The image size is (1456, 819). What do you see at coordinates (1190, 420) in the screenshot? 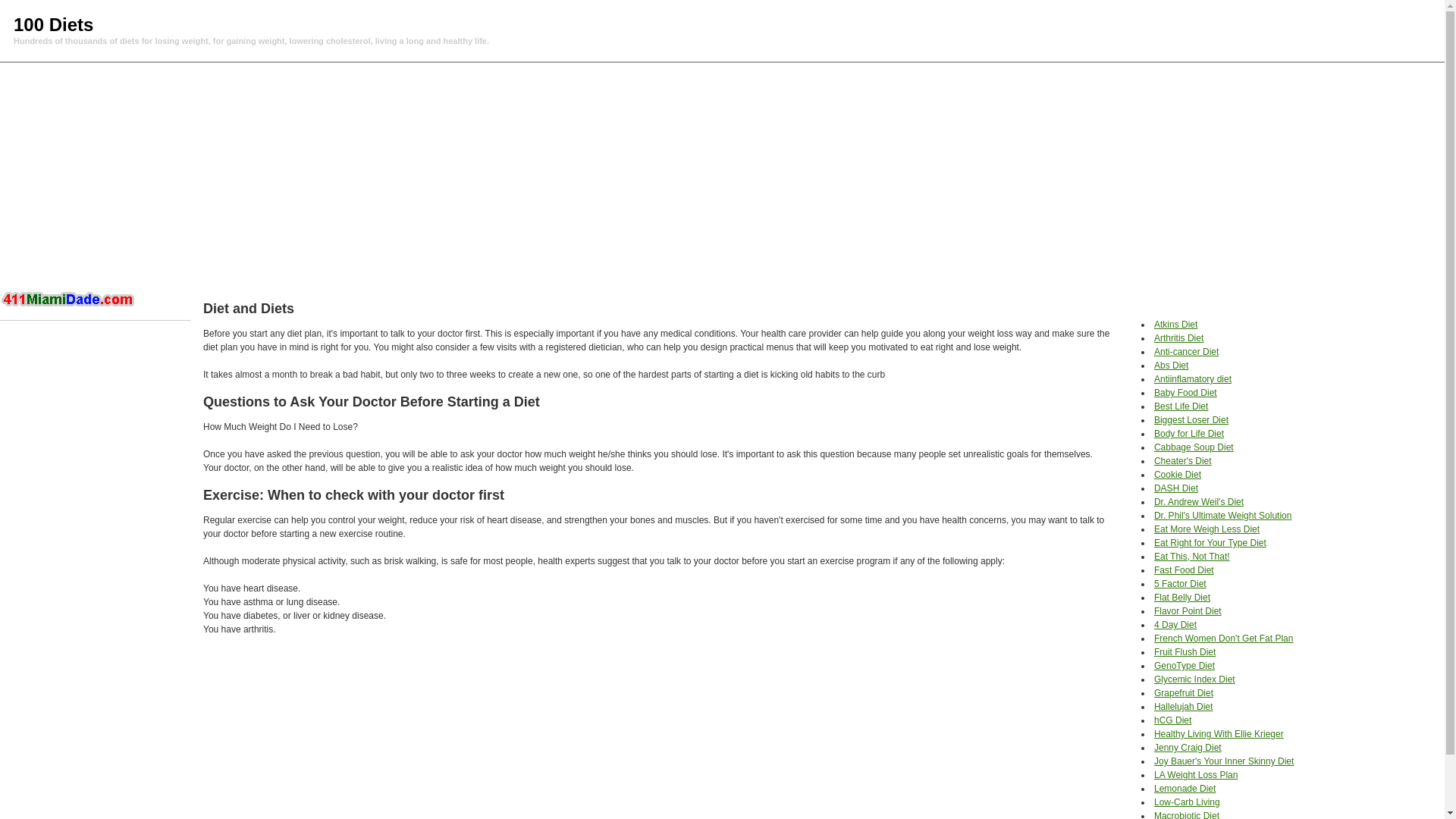
I see `'Biggest Loser Diet'` at bounding box center [1190, 420].